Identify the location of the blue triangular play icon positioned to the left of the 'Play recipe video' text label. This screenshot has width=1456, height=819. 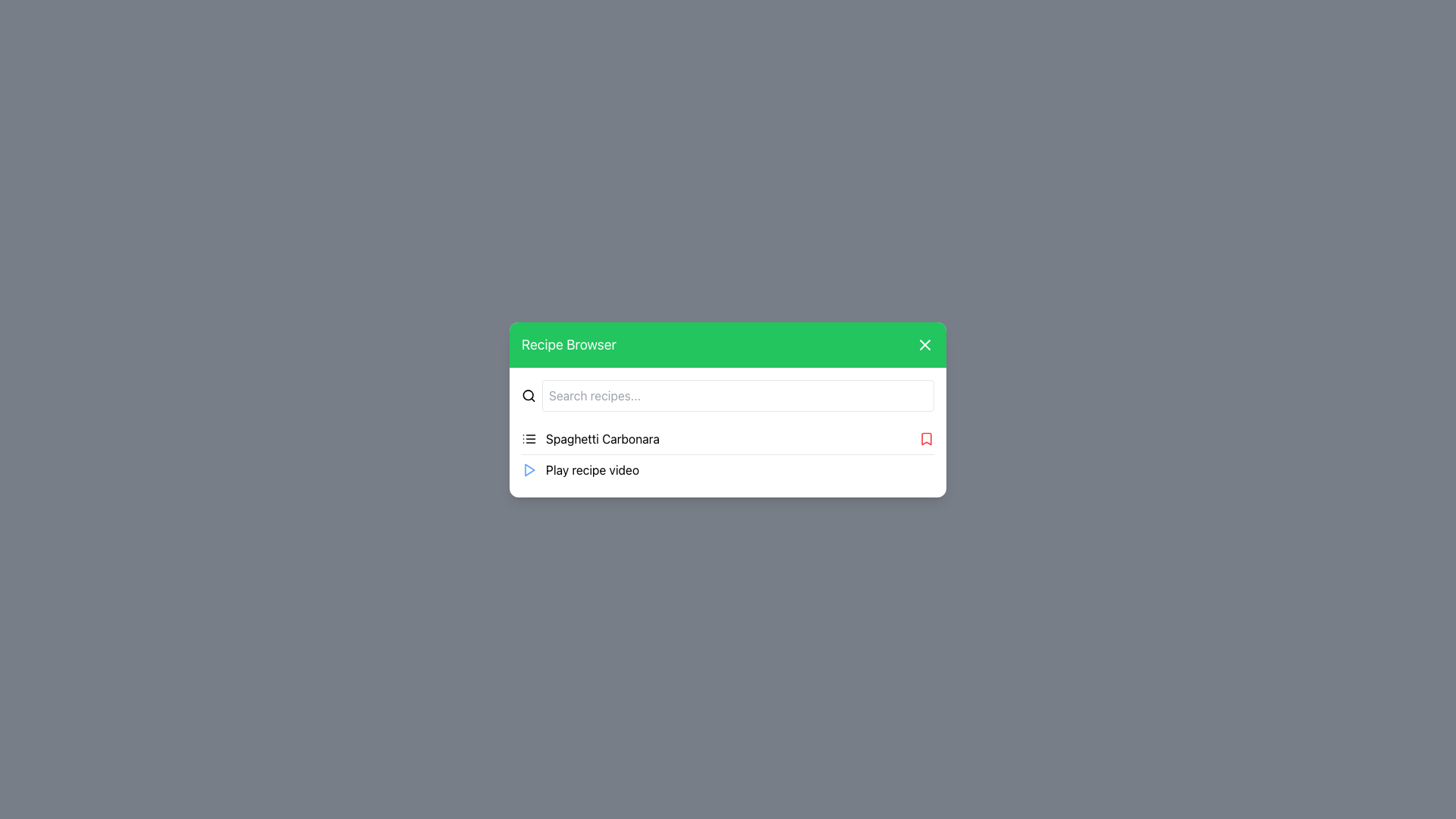
(529, 469).